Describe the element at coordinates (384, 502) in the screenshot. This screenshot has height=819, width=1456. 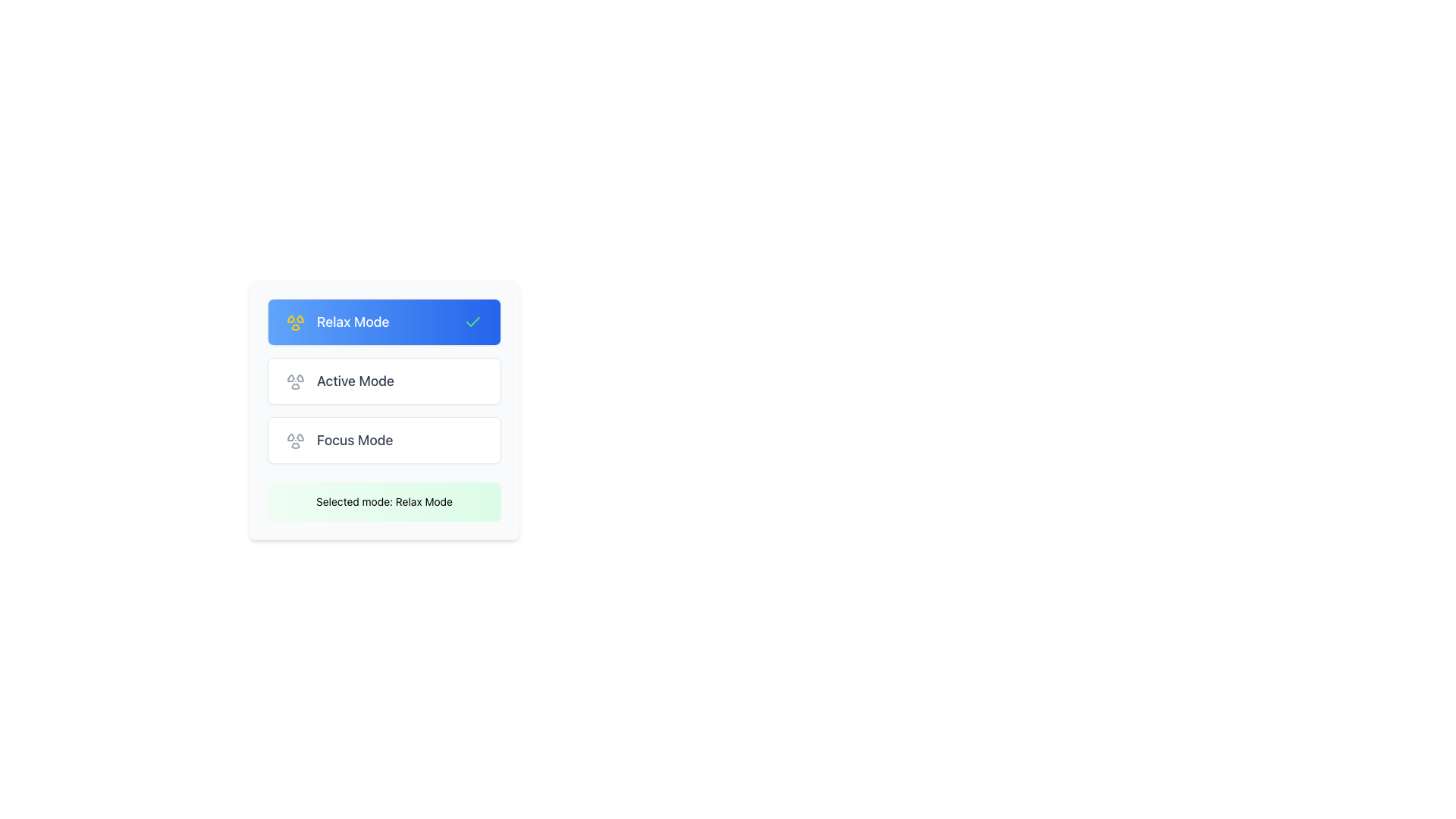
I see `displayed text from the Text label indicating the currently selected mode, which is 'Relax Mode'. This label is non-interactive and located below the selectable options` at that location.